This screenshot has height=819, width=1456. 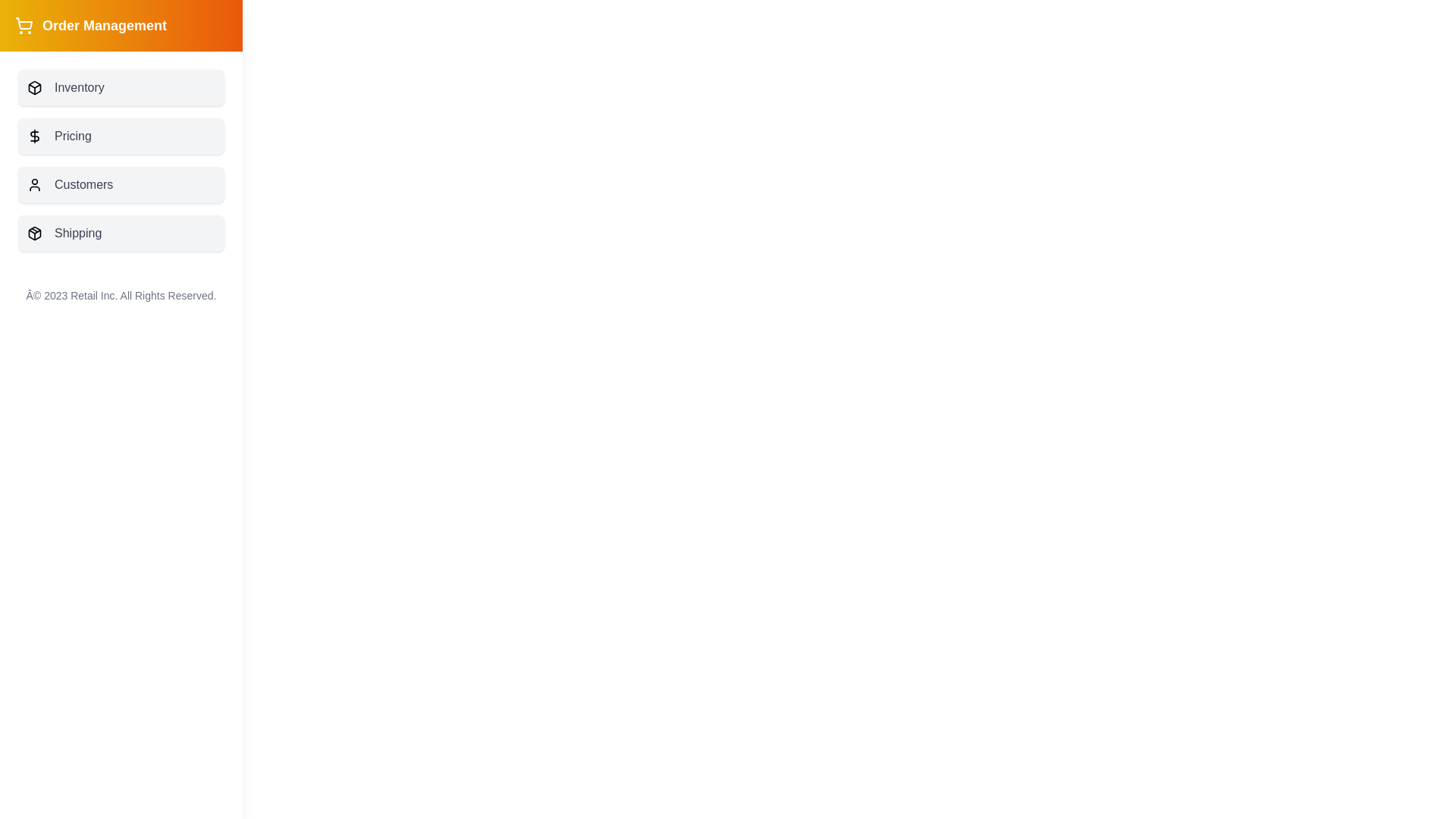 I want to click on the button labeled 'Inventory' to observe visual feedback, so click(x=120, y=87).